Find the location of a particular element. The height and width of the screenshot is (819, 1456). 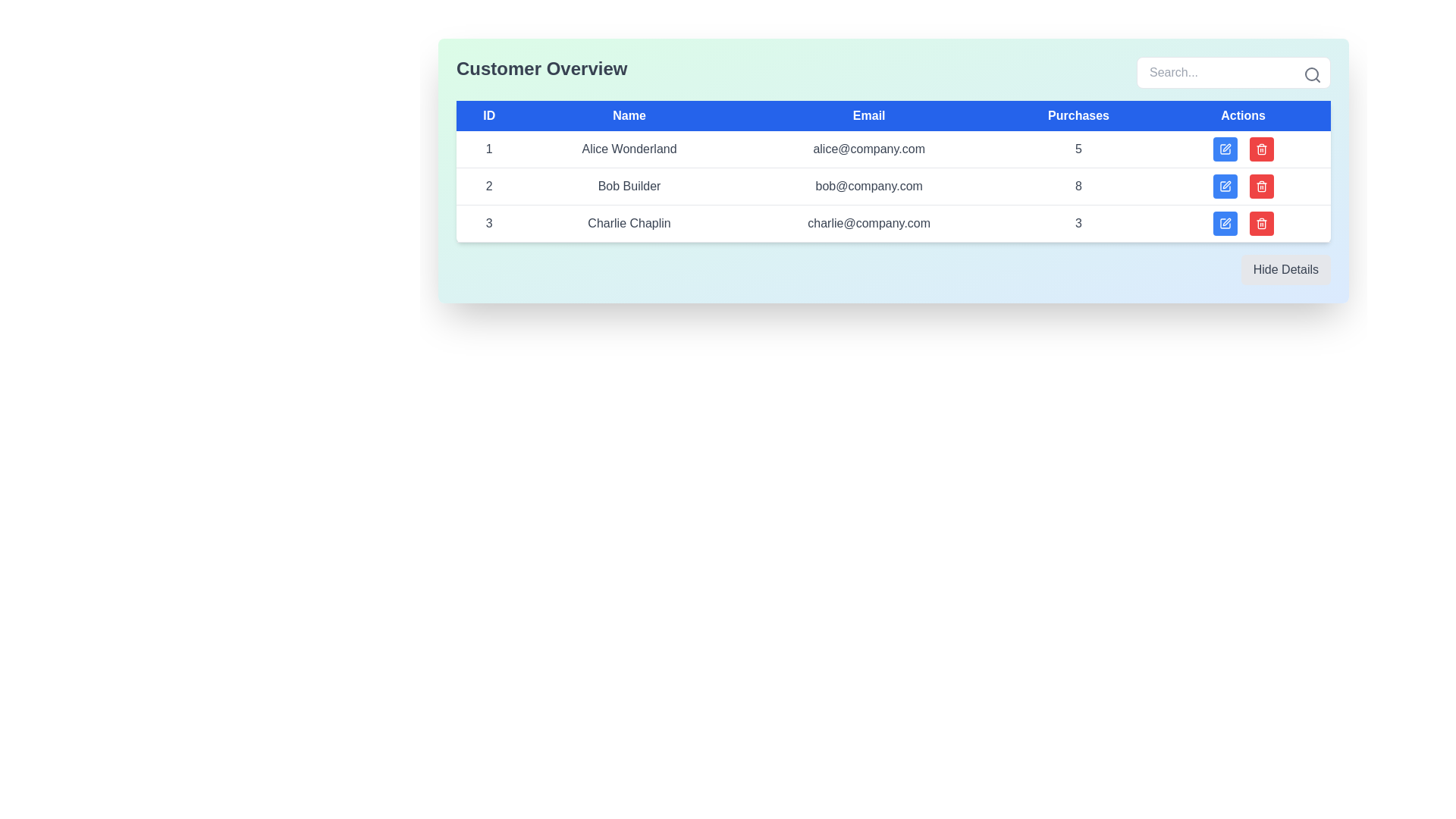

the pen icon in the third row of the 'Actions' column to initiate edit for 'Charlie Chaplin' is located at coordinates (1225, 223).